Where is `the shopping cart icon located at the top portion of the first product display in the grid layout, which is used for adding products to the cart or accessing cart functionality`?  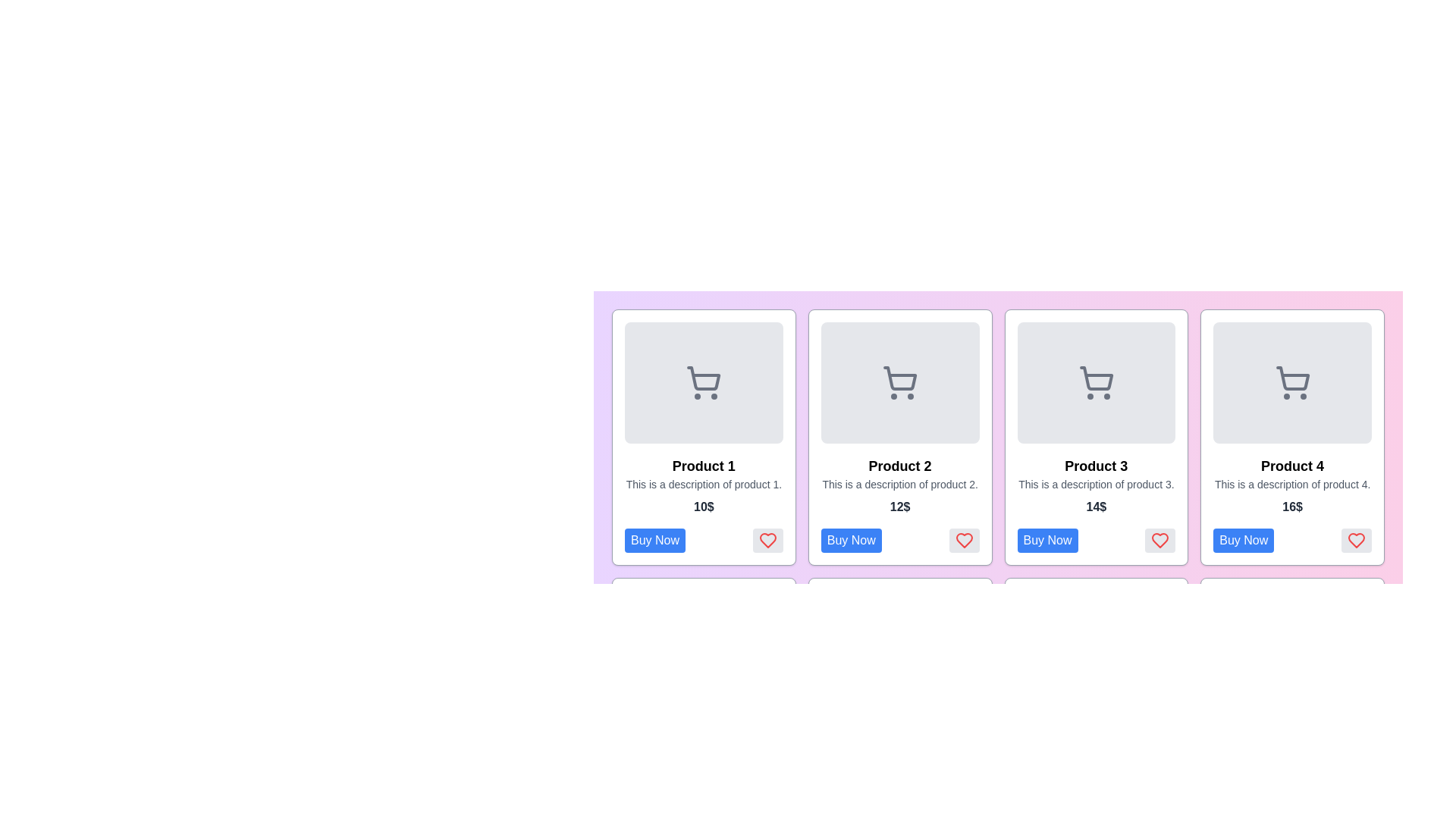
the shopping cart icon located at the top portion of the first product display in the grid layout, which is used for adding products to the cart or accessing cart functionality is located at coordinates (703, 382).